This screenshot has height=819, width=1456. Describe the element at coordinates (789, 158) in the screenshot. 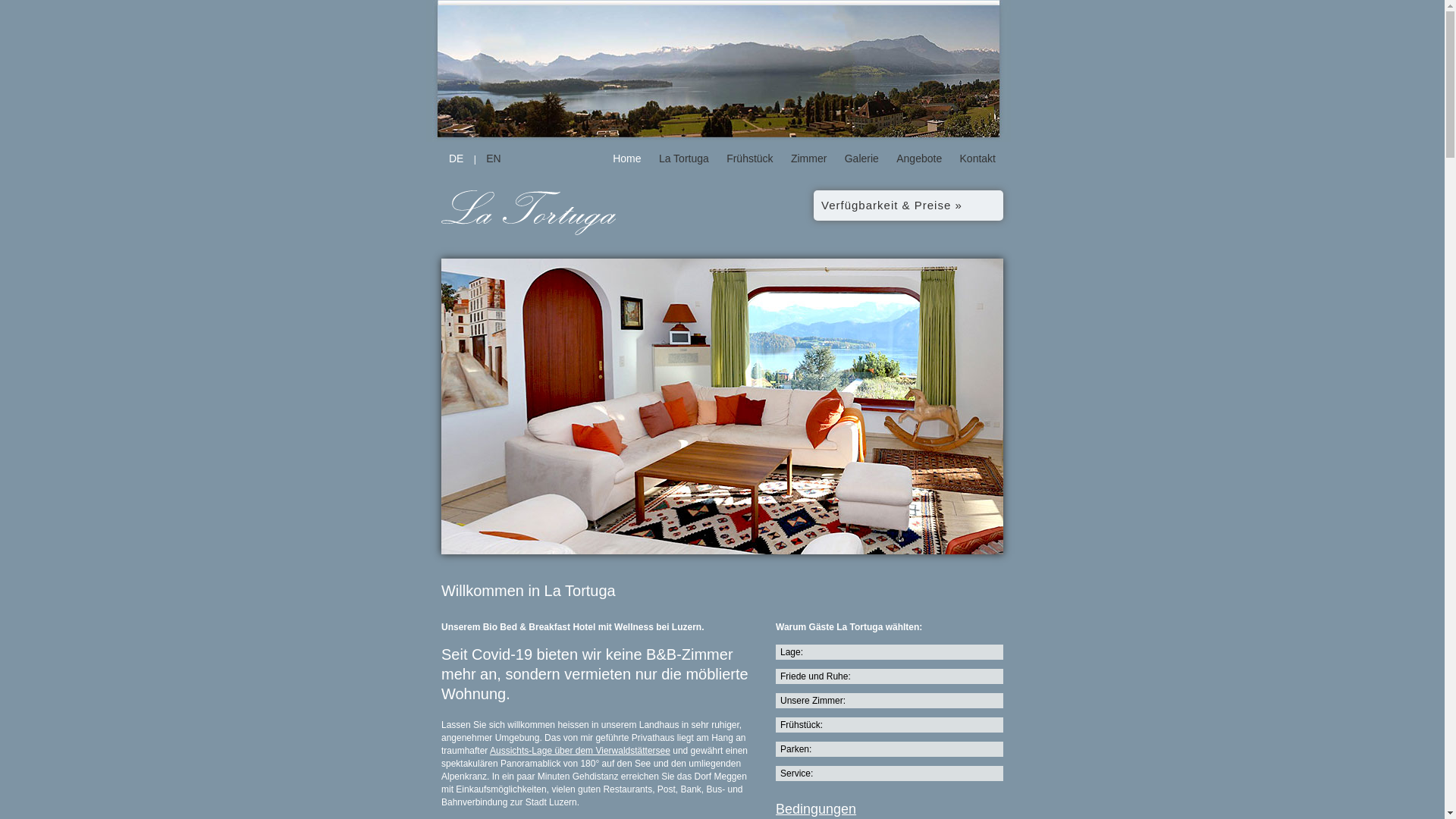

I see `'Zimmer'` at that location.